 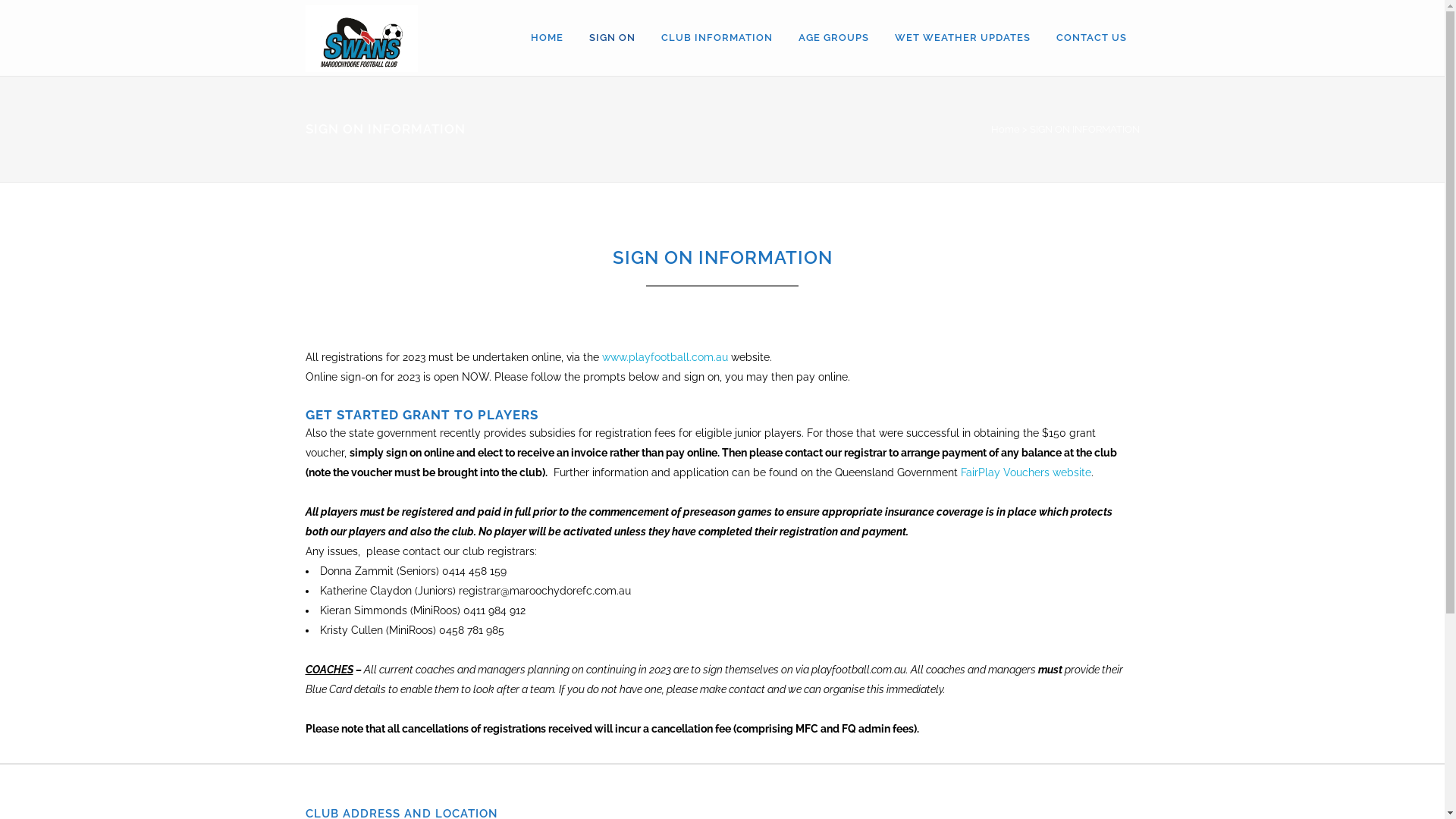 What do you see at coordinates (1025, 472) in the screenshot?
I see `'FairPlay Vouchers website'` at bounding box center [1025, 472].